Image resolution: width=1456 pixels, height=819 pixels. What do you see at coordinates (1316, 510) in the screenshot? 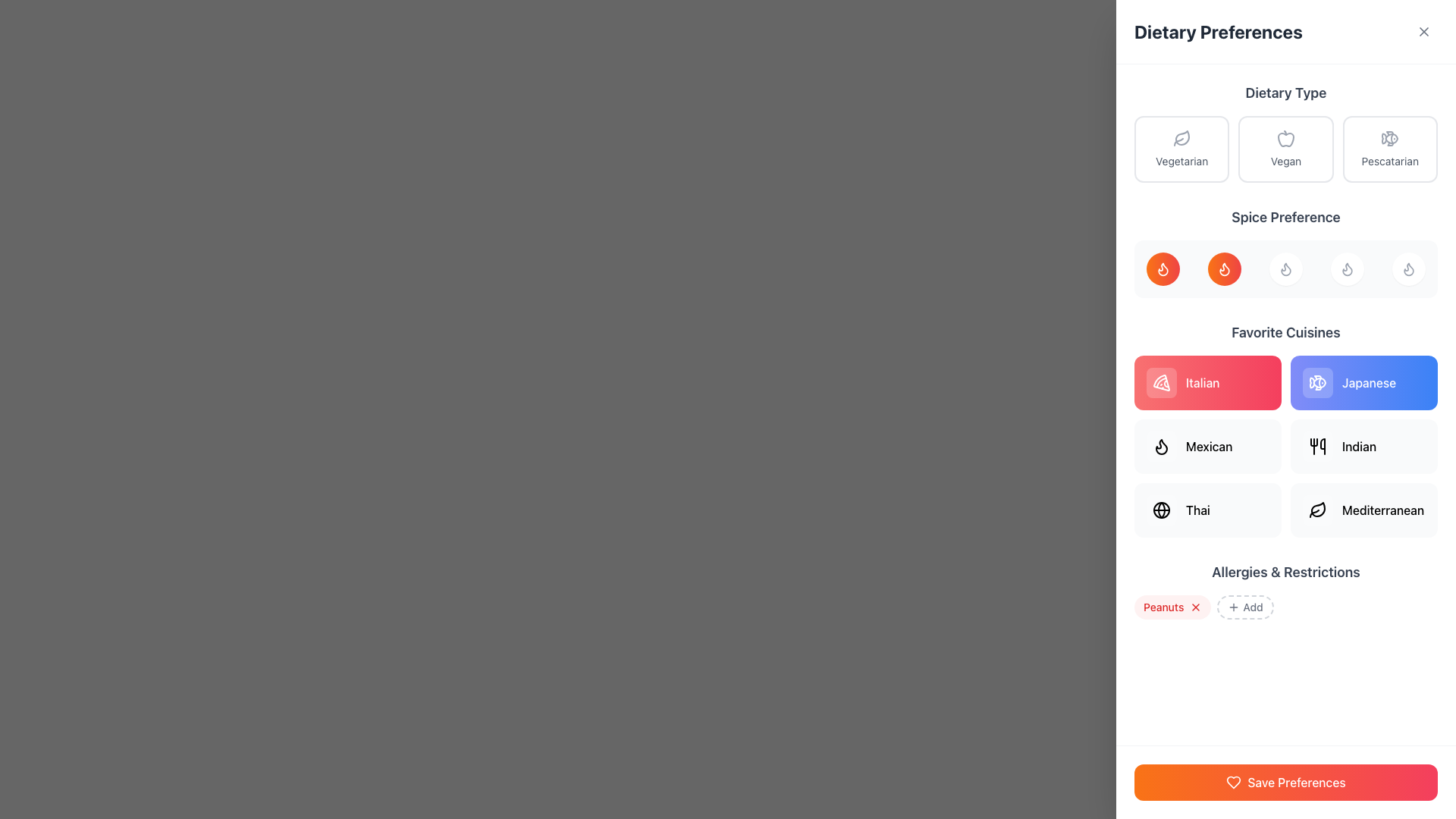
I see `the 'Mediterranean' cuisine selection button located in the bottom-right corner of the 'Favorite Cuisines' section` at bounding box center [1316, 510].